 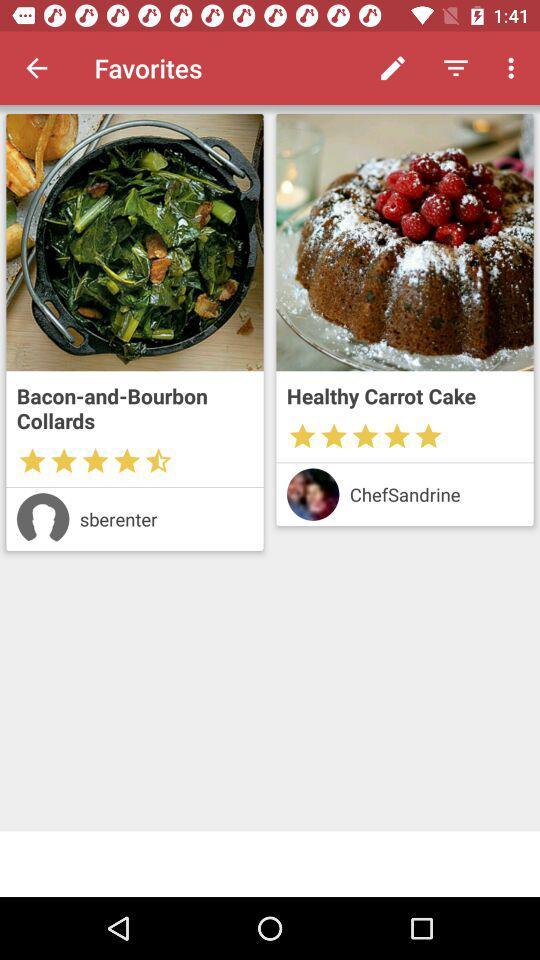 I want to click on open recipe, so click(x=135, y=241).